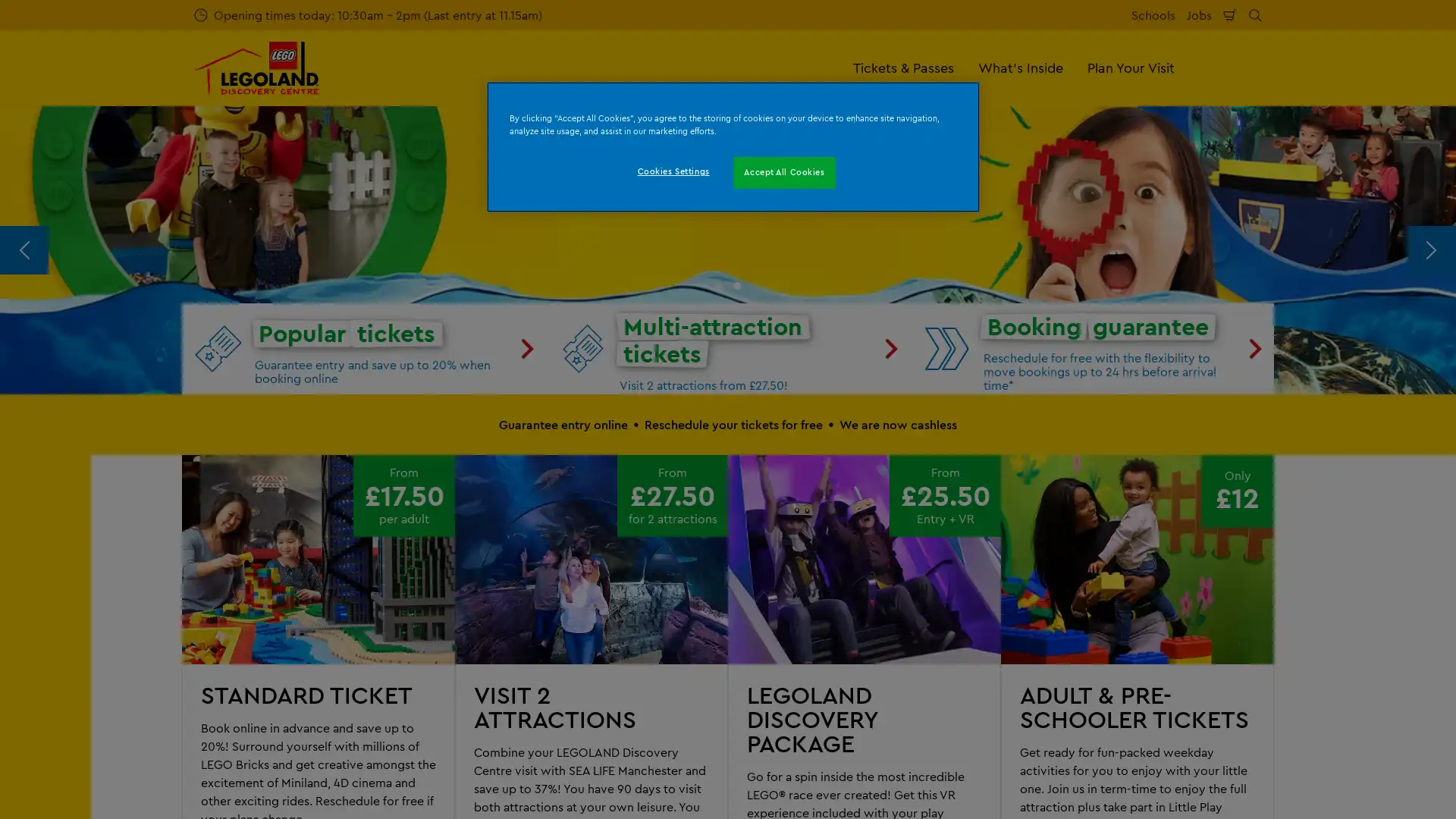 The image size is (1456, 819). Describe the element at coordinates (1255, 14) in the screenshot. I see `Search` at that location.